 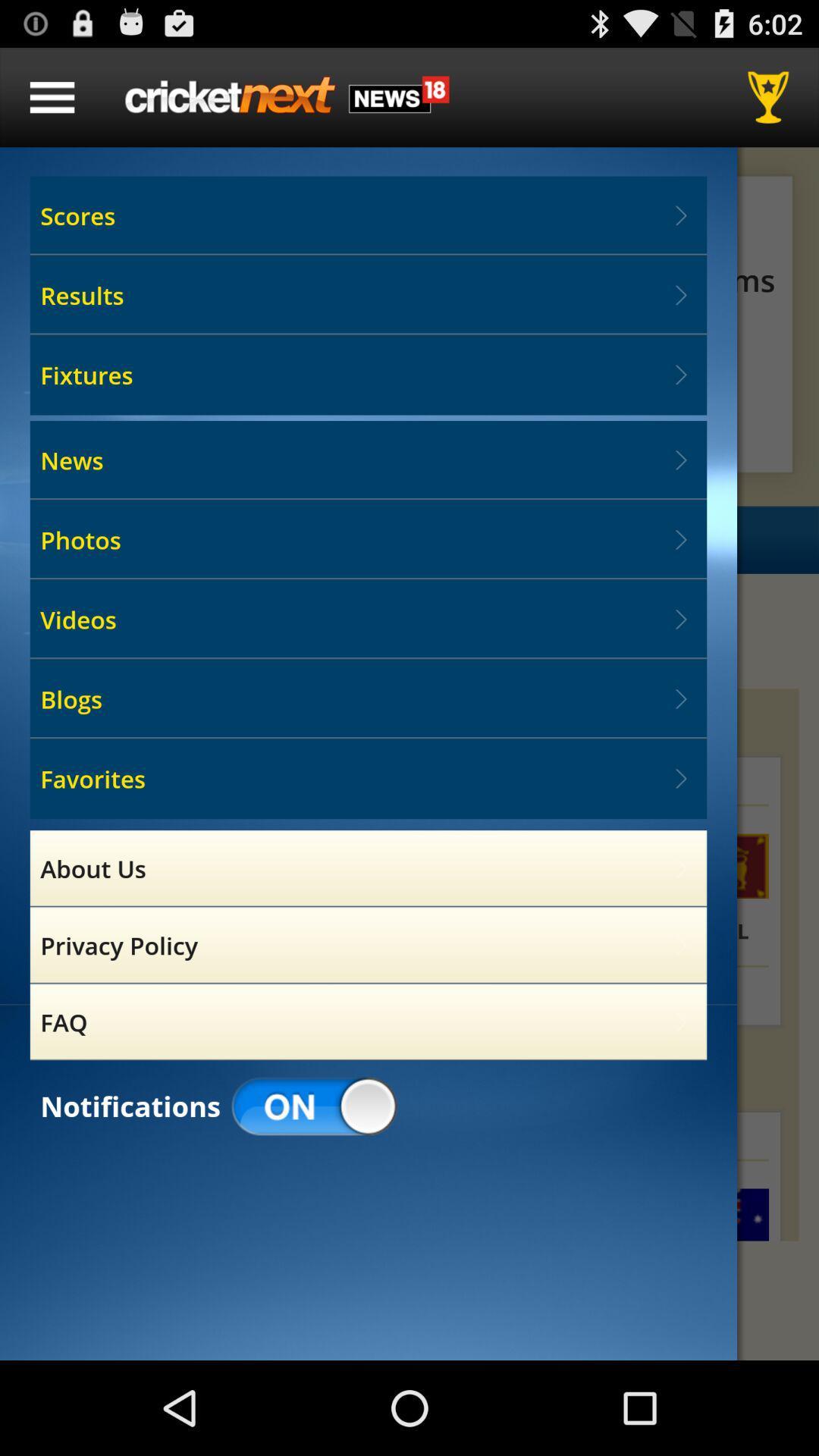 What do you see at coordinates (52, 103) in the screenshot?
I see `the menu icon` at bounding box center [52, 103].